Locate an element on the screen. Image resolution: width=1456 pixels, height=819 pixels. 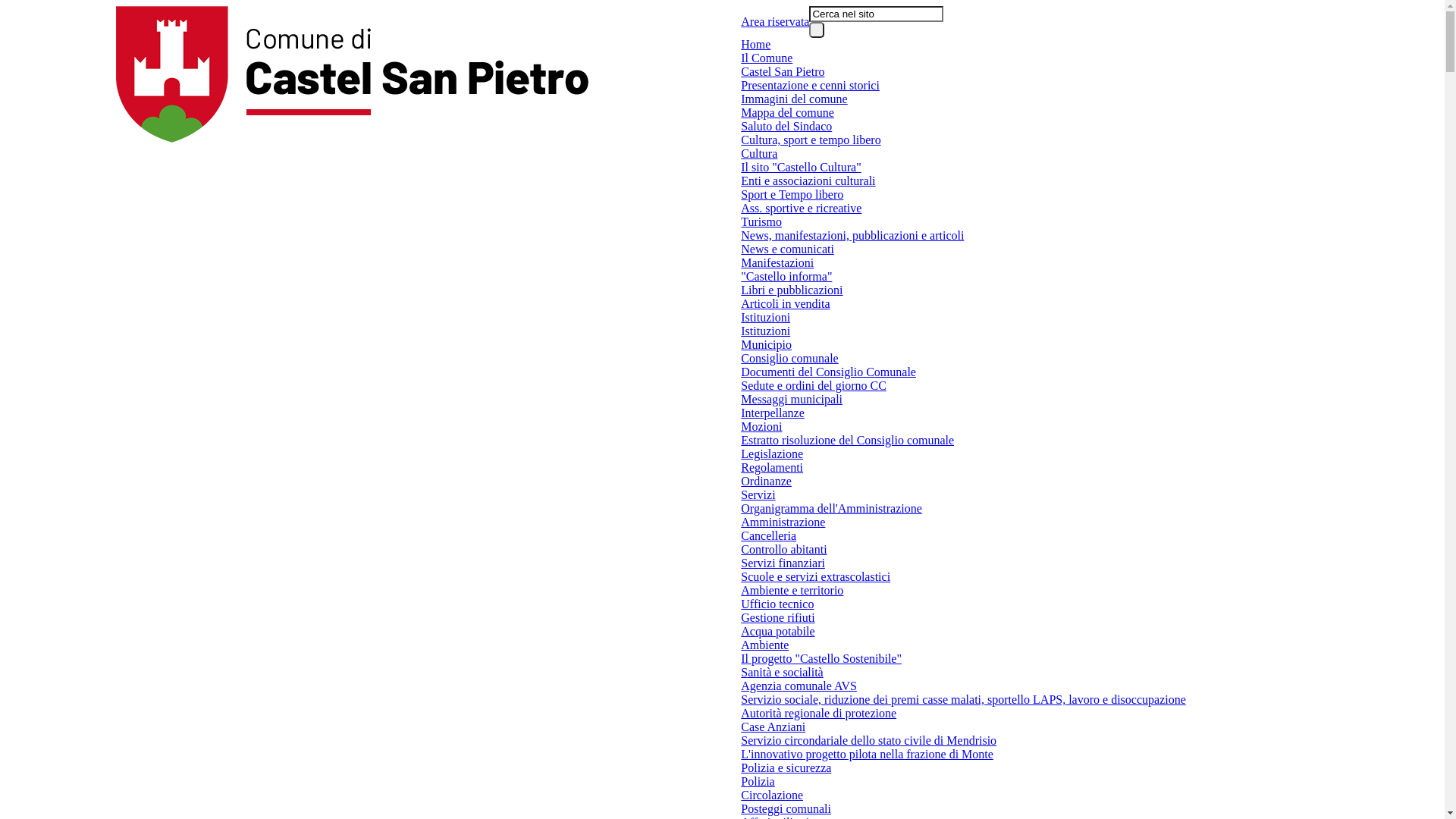
'Presentazione e cenni storici' is located at coordinates (741, 85).